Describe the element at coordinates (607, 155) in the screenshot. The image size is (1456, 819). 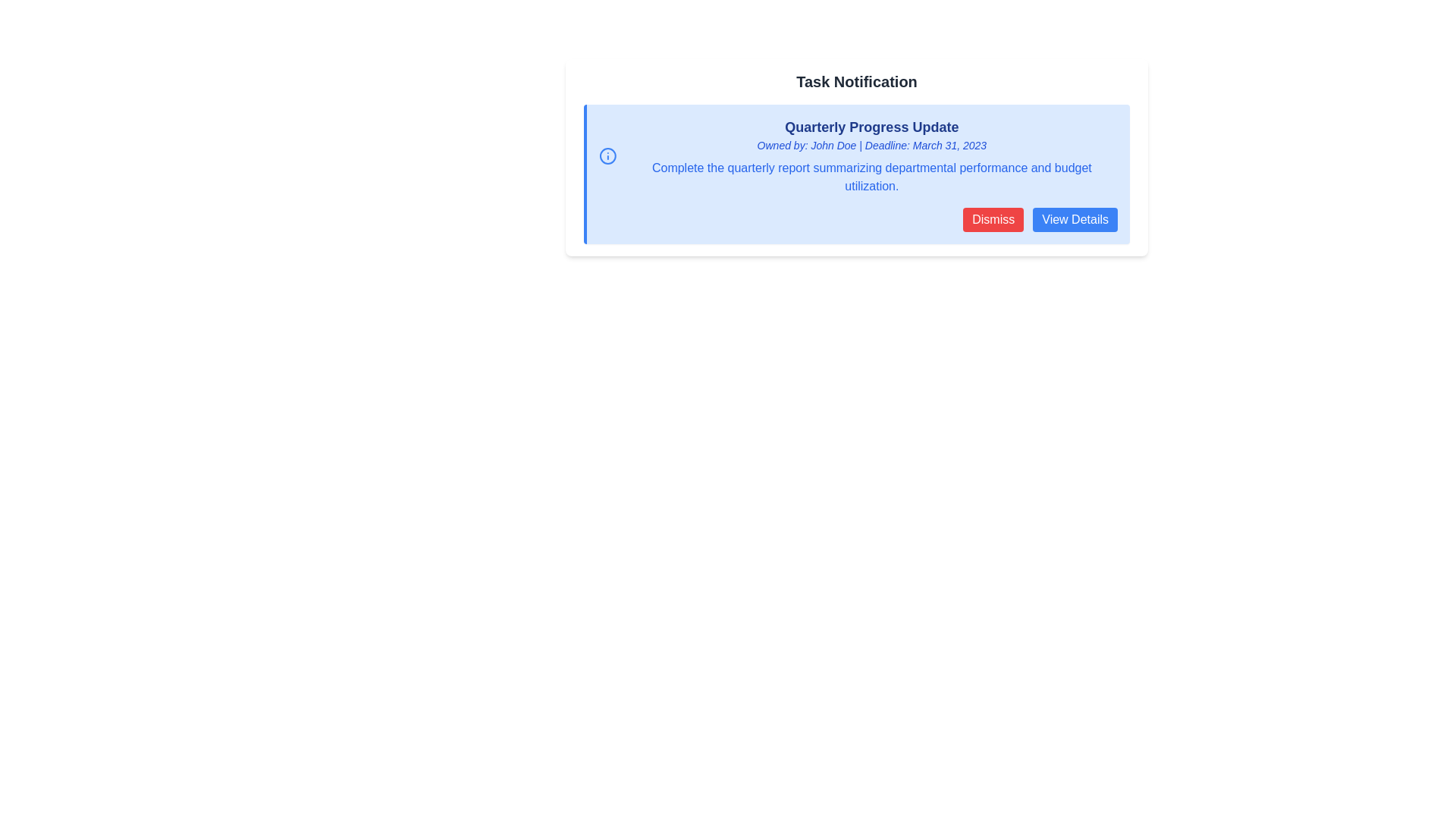
I see `the circle graphic within the SVG element that signifies notifications, located at the top-left corner of the notification panel` at that location.